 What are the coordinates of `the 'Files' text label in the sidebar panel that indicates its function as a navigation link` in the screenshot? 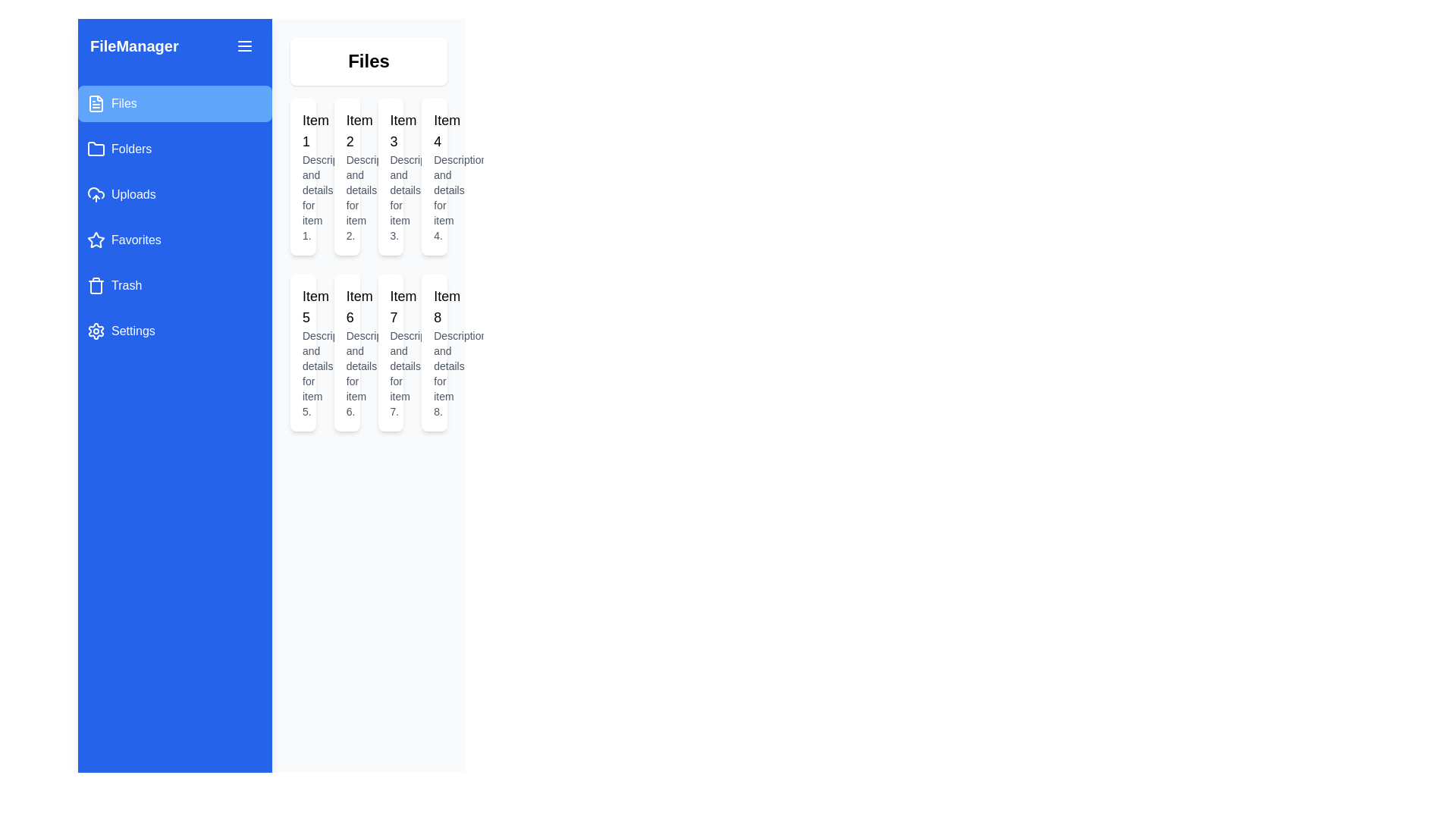 It's located at (124, 103).